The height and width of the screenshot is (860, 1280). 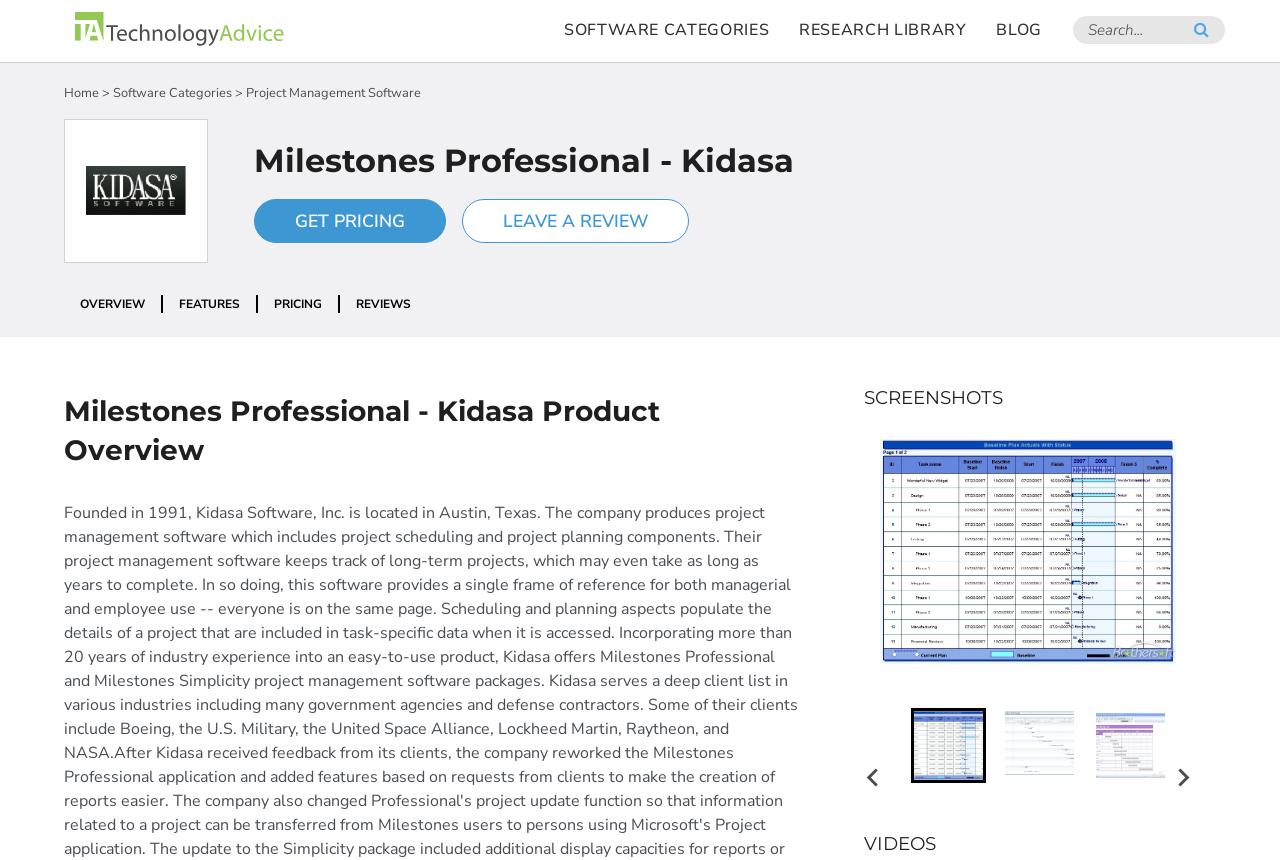 What do you see at coordinates (80, 91) in the screenshot?
I see `'Home'` at bounding box center [80, 91].